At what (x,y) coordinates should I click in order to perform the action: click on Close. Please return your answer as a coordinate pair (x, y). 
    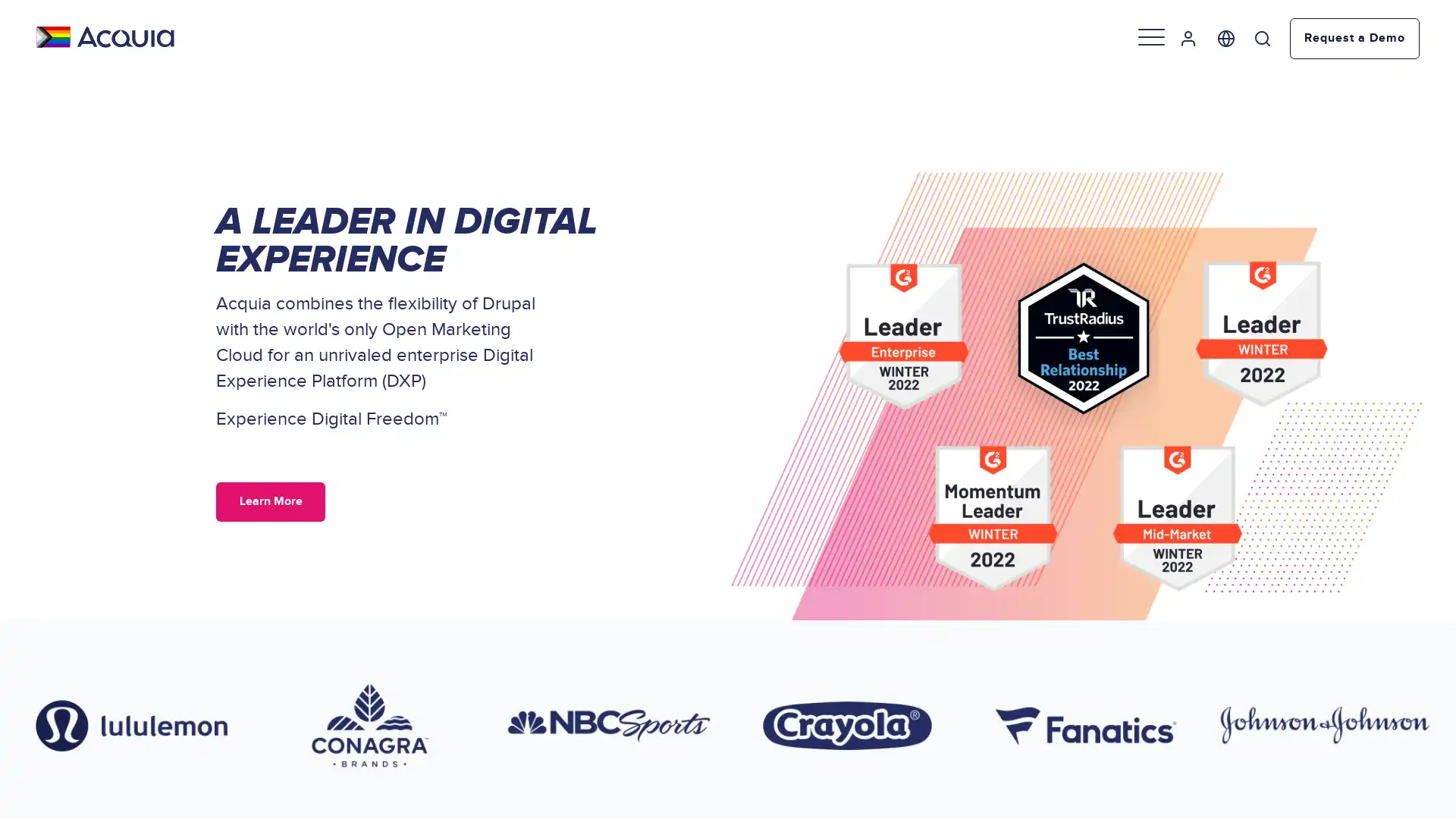
    Looking at the image, I should click on (277, 608).